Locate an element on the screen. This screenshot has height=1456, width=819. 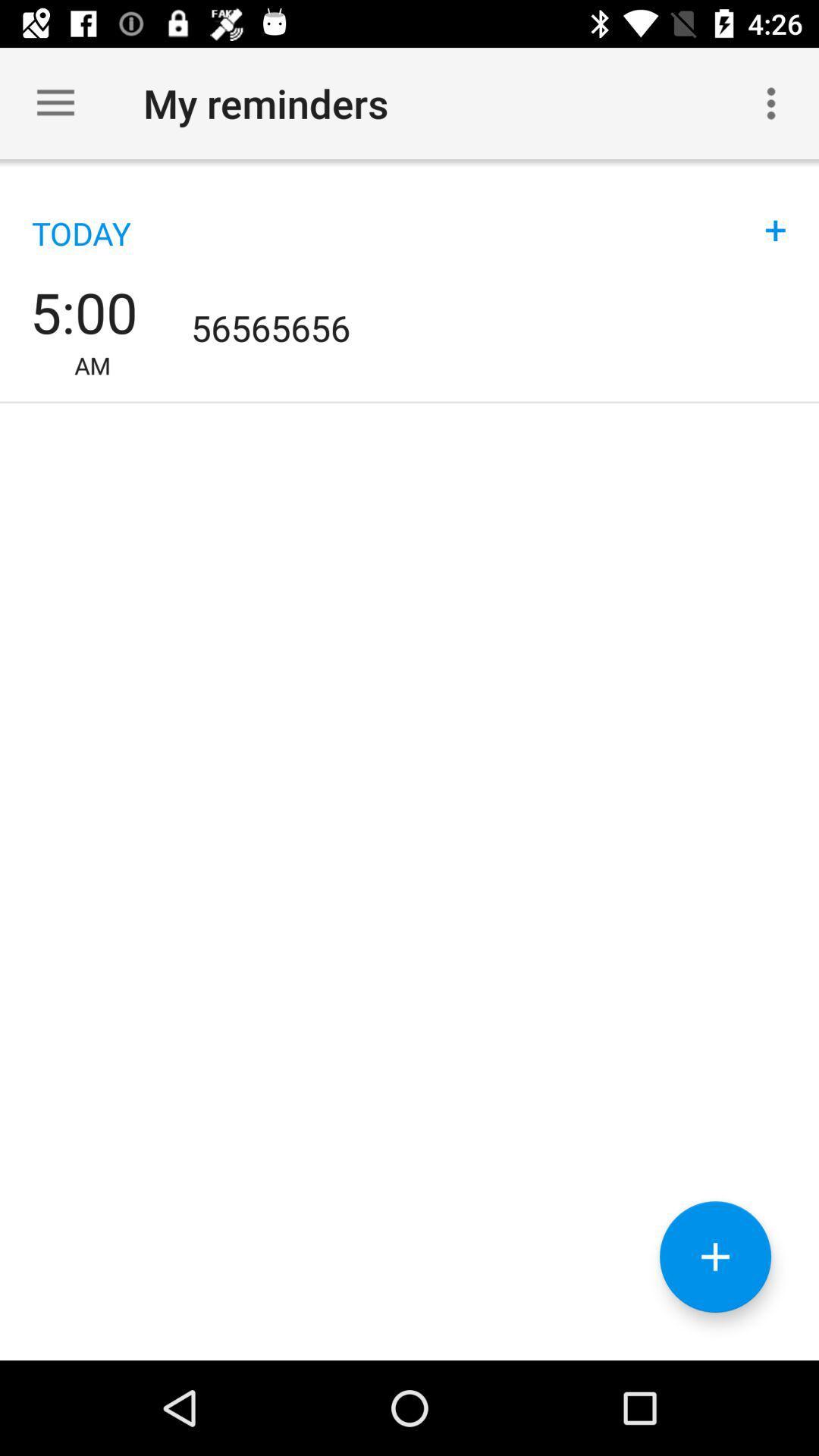
item next to the today icon is located at coordinates (775, 214).